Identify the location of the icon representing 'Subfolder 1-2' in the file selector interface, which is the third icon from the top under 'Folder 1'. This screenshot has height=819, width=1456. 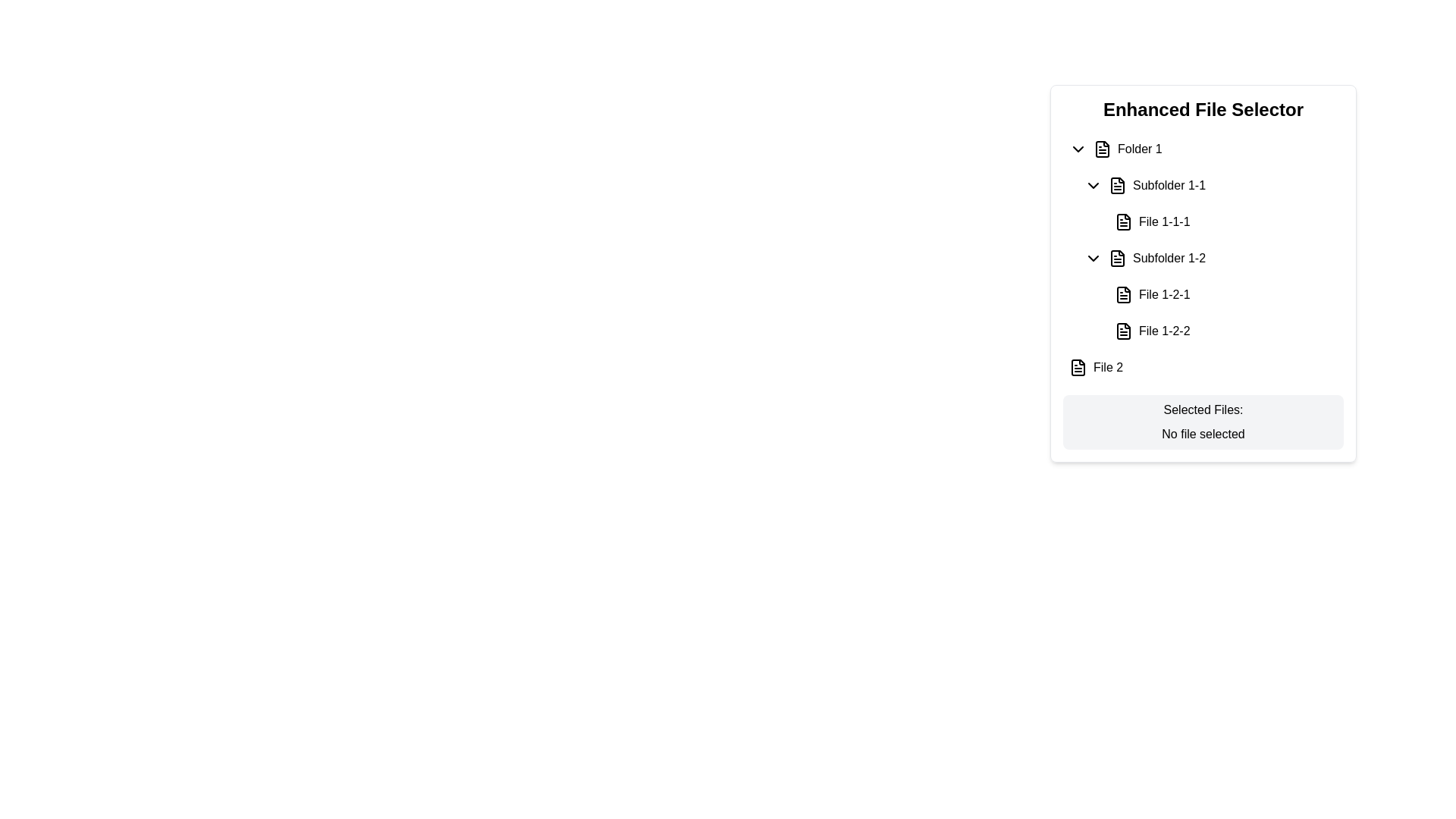
(1117, 257).